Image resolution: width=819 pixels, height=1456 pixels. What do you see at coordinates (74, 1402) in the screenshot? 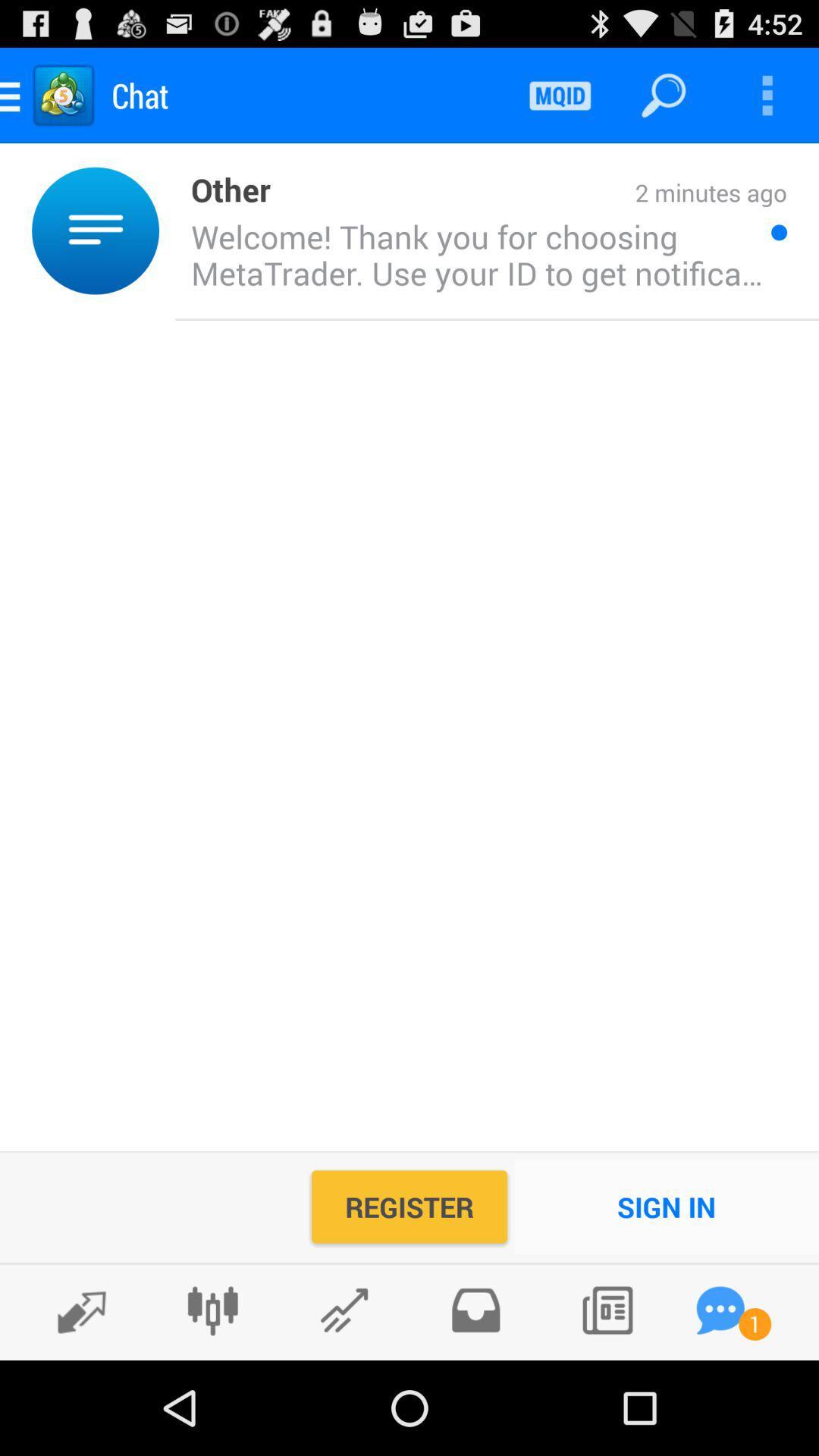
I see `the edit icon` at bounding box center [74, 1402].